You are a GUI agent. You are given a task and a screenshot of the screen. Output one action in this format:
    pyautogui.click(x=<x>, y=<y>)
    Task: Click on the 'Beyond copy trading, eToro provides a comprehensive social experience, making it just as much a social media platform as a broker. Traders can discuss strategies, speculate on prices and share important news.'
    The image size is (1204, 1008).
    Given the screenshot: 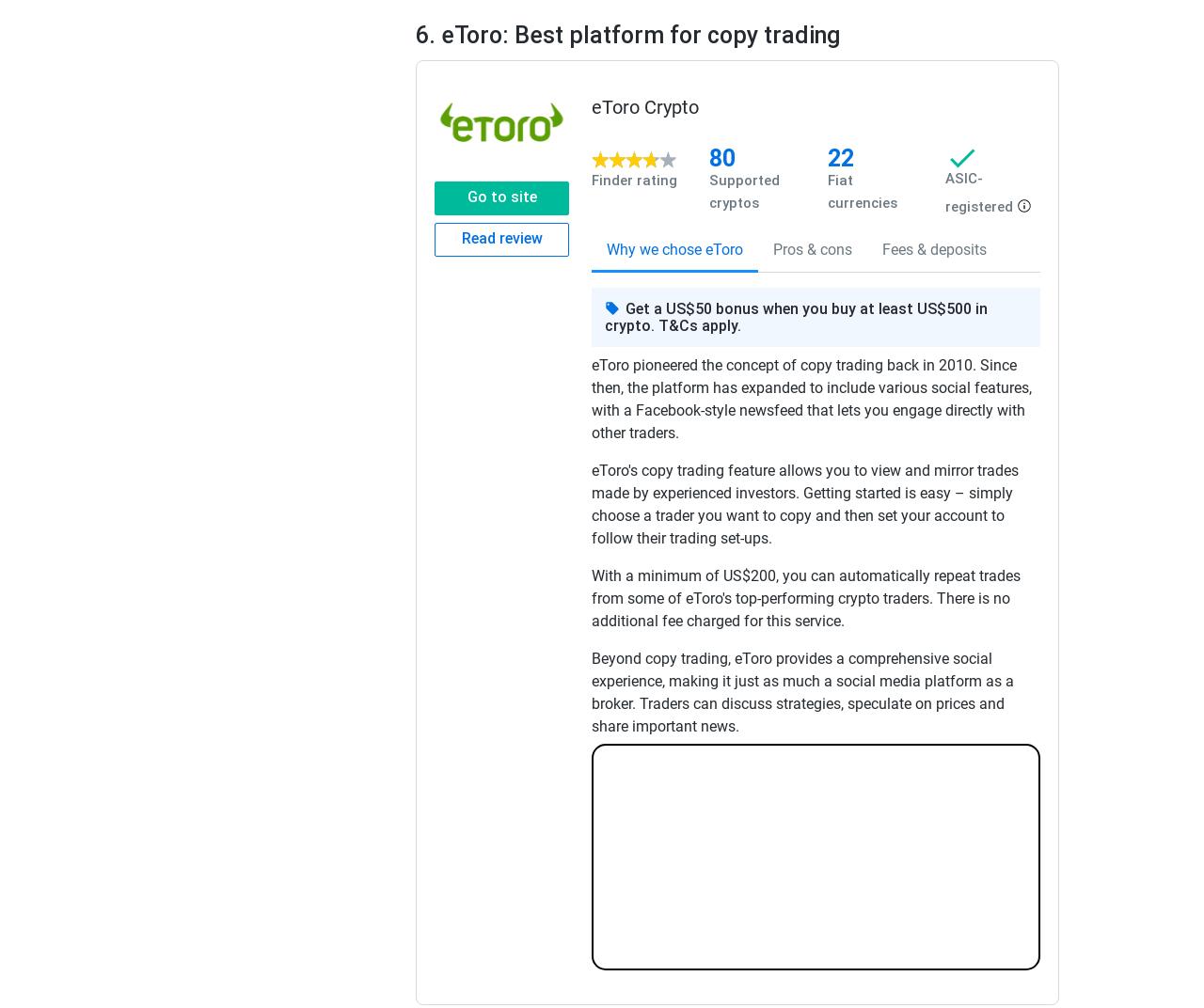 What is the action you would take?
    pyautogui.click(x=802, y=691)
    